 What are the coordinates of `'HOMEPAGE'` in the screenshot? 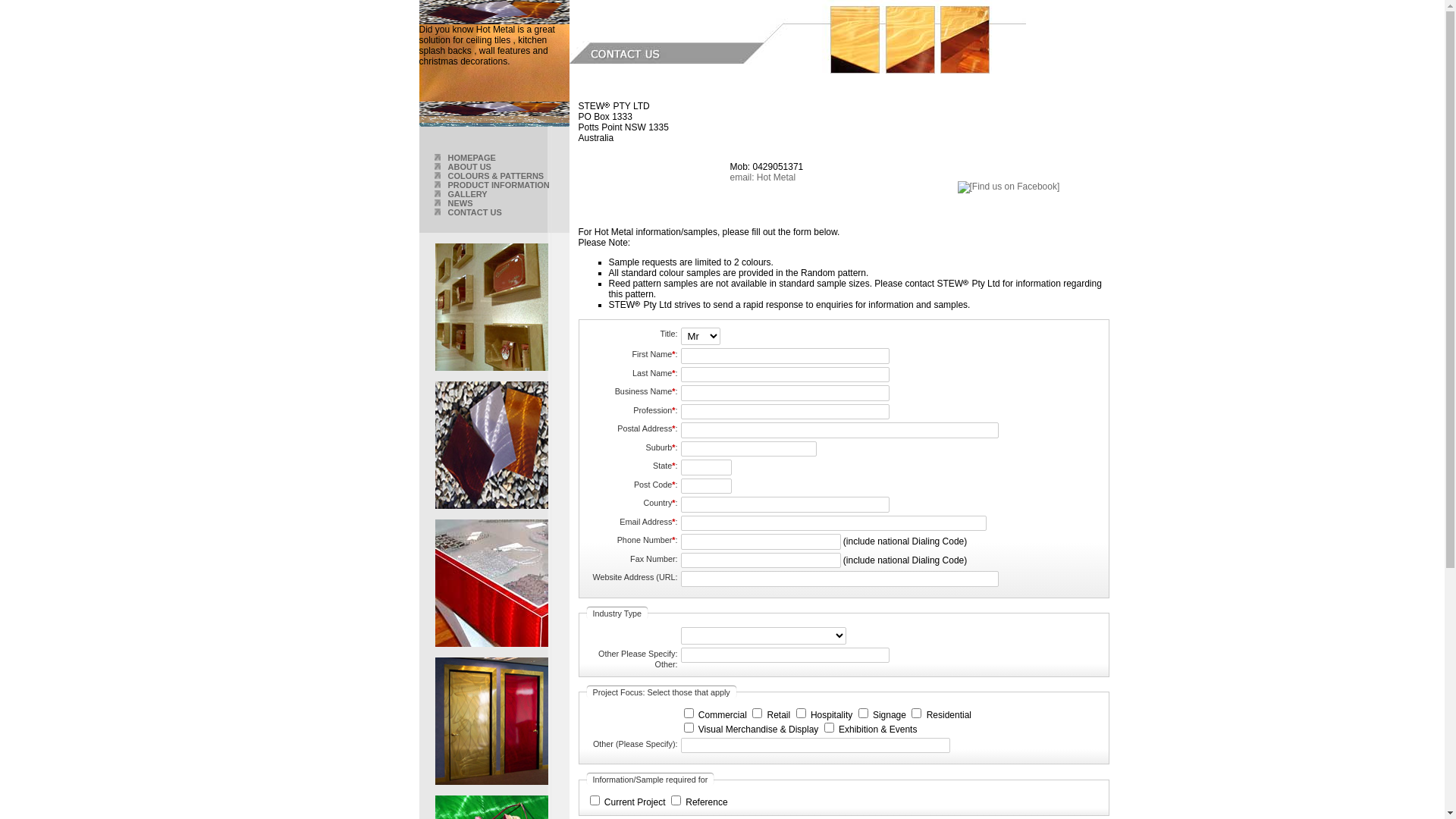 It's located at (470, 158).